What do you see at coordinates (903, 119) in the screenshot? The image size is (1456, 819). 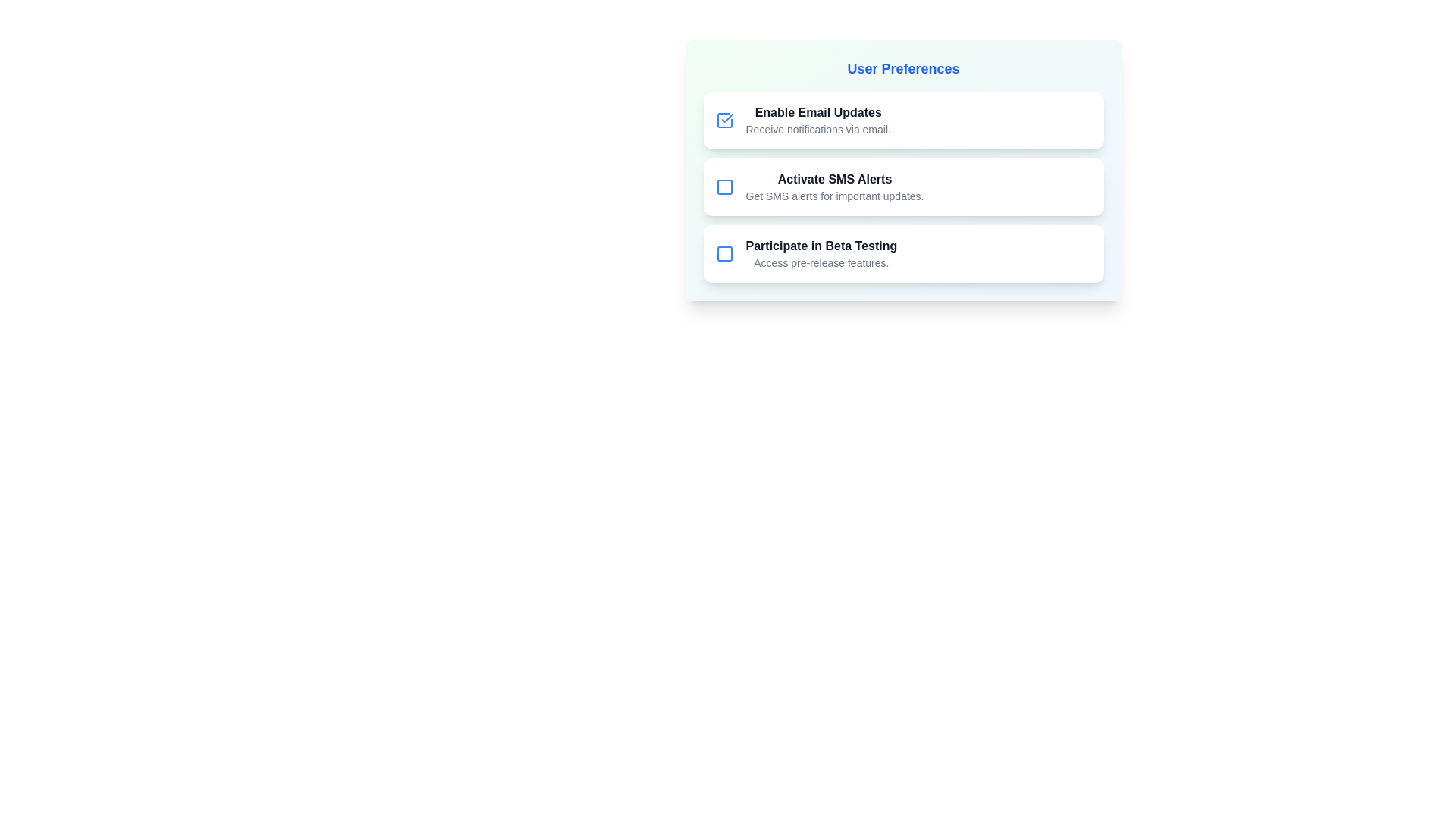 I see `the checkbox labeled 'Enable Email Updates'` at bounding box center [903, 119].